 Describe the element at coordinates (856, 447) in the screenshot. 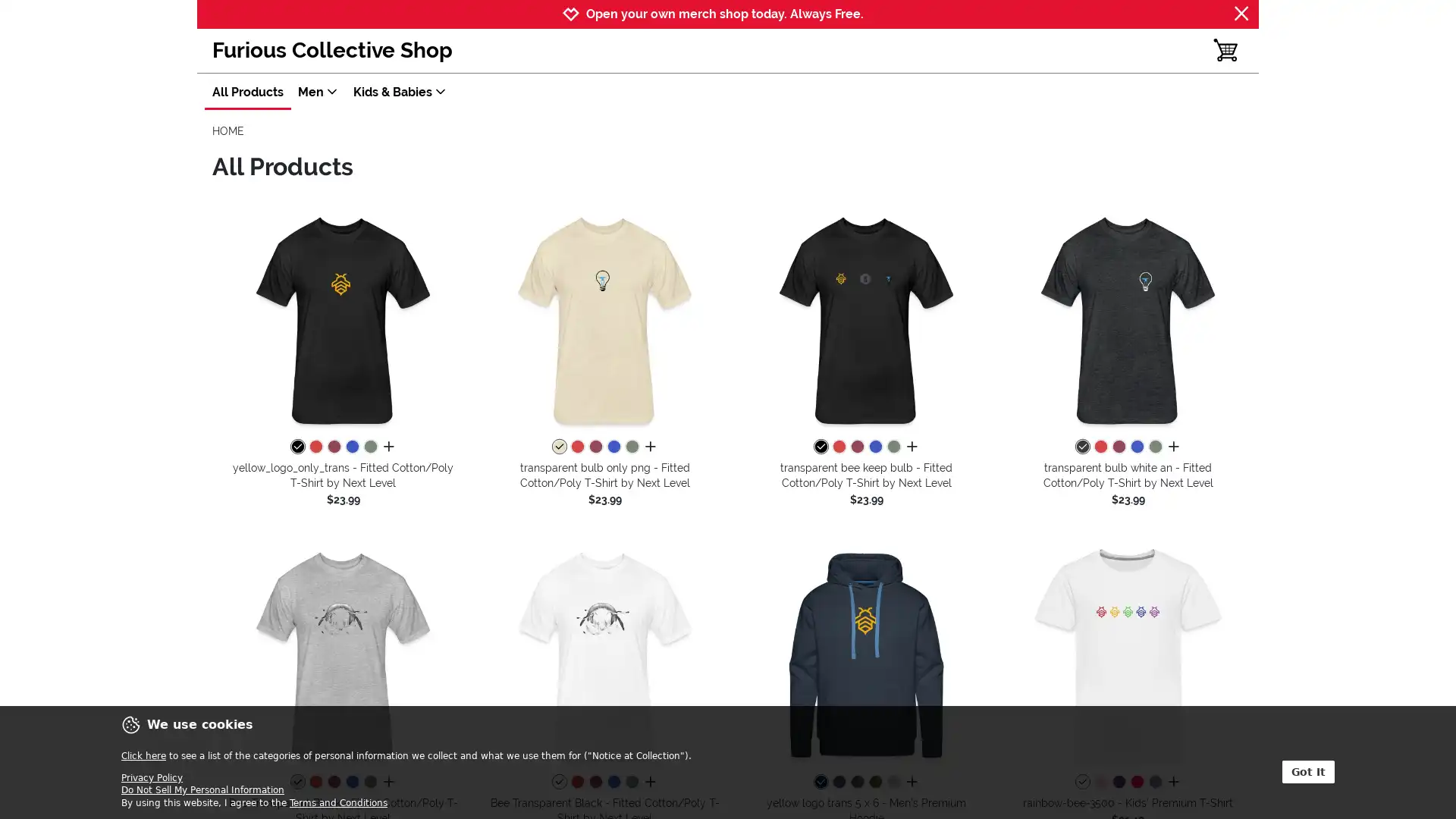

I see `heather burgundy` at that location.